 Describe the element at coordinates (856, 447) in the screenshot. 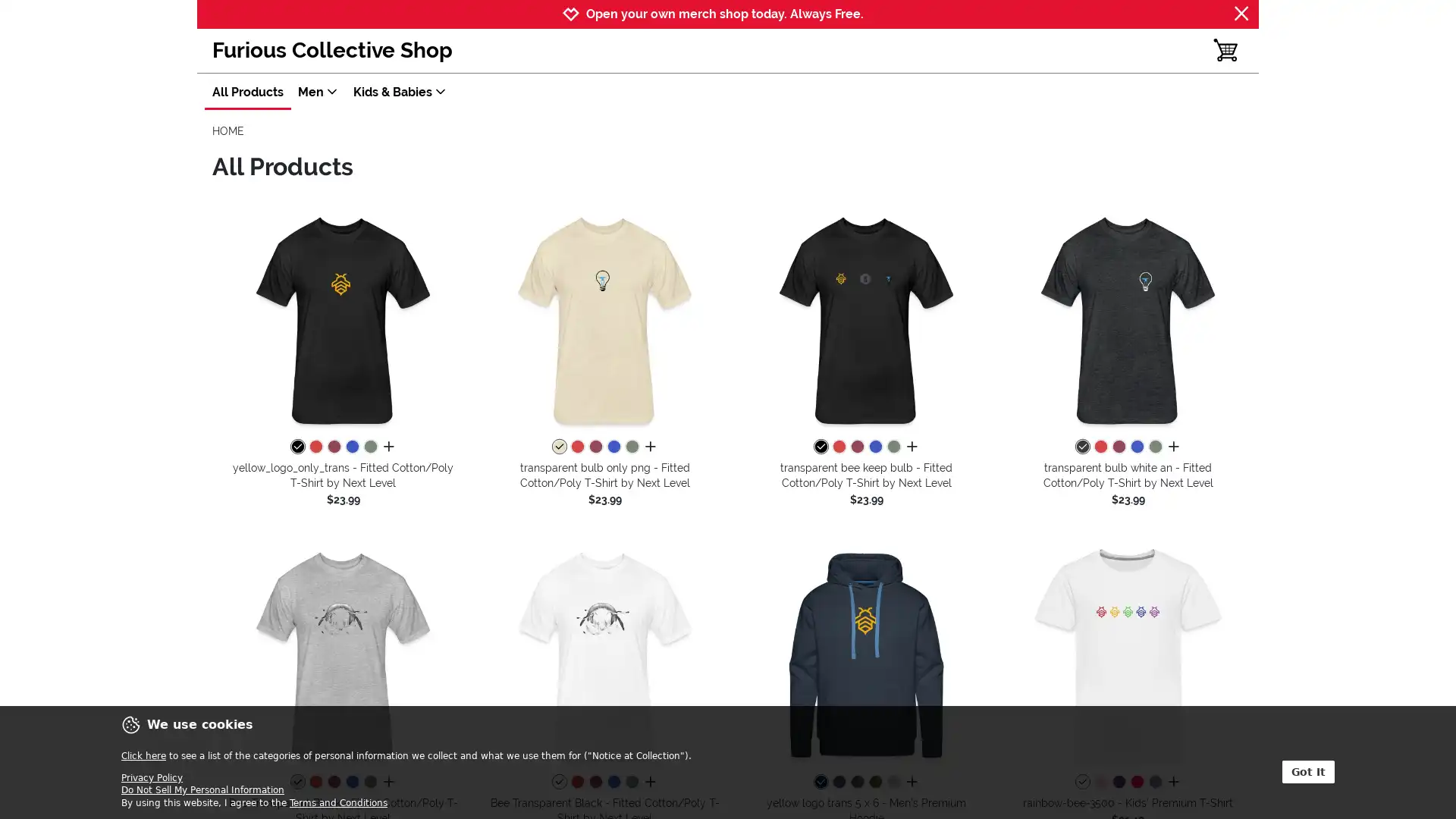

I see `heather burgundy` at that location.